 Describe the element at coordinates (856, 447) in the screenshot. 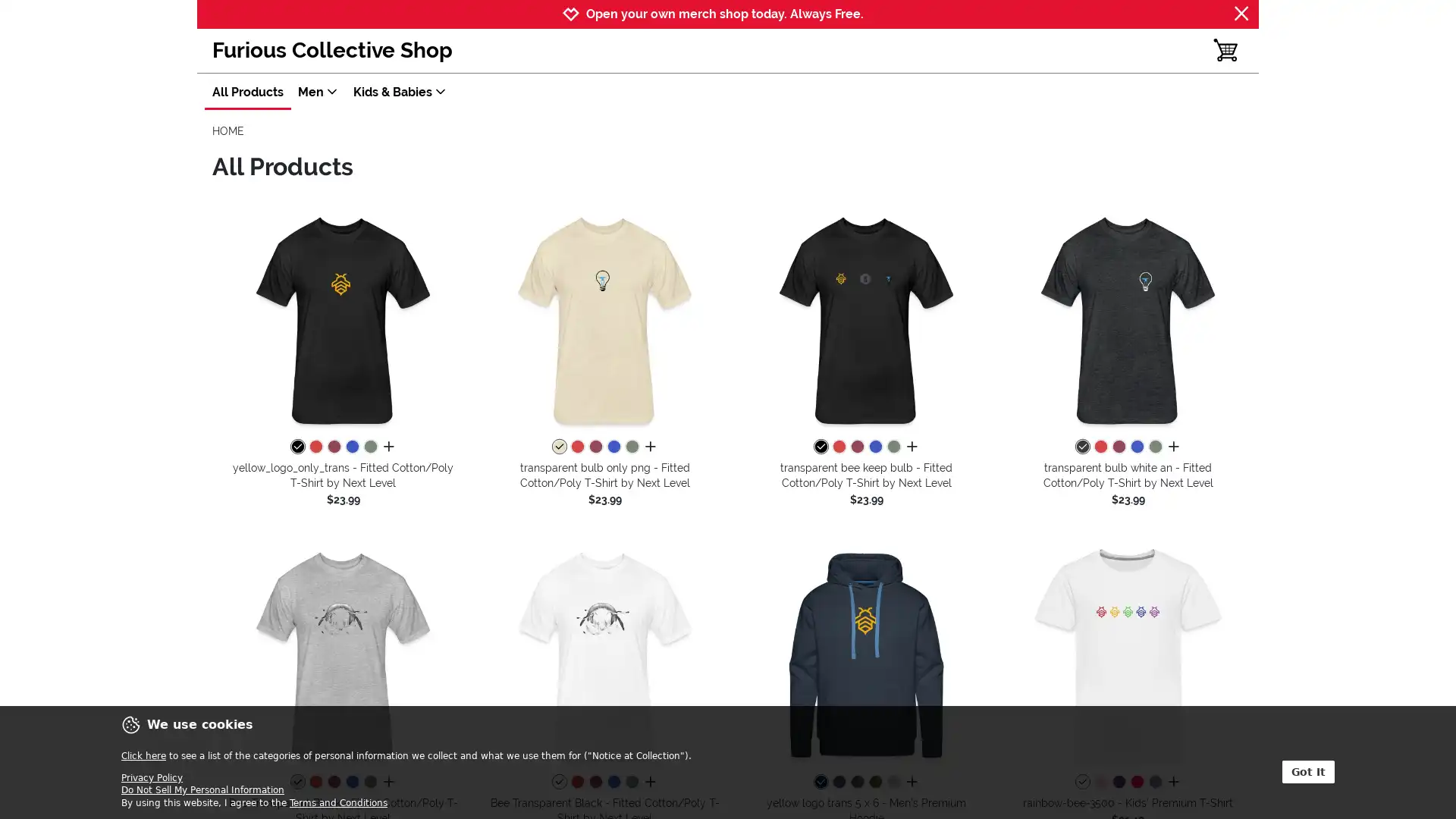

I see `heather burgundy` at that location.